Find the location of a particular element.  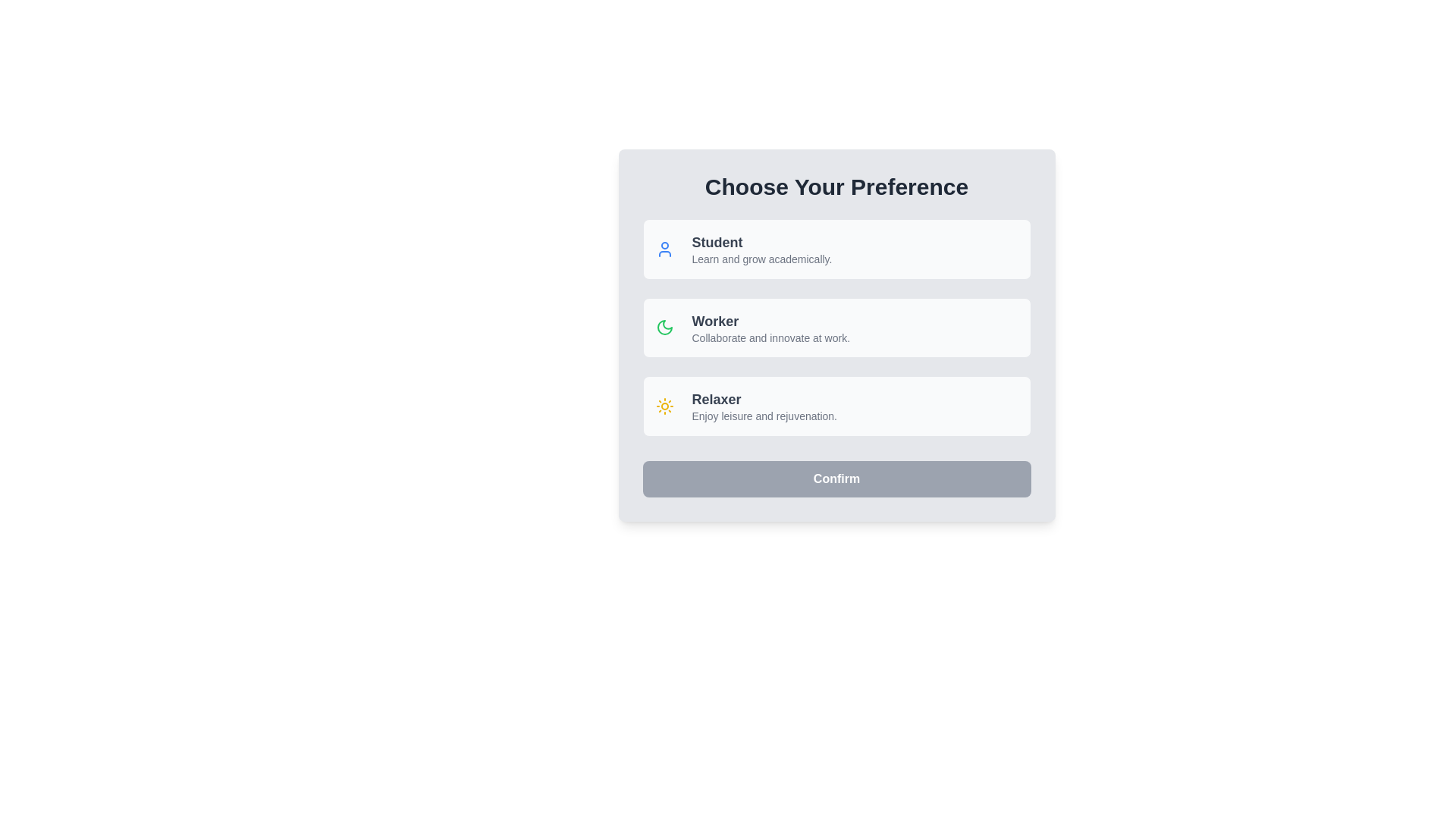

the 'Student' text description component in the options menu, which is the first item in a list under the 'Choose Your Preference' card is located at coordinates (761, 248).